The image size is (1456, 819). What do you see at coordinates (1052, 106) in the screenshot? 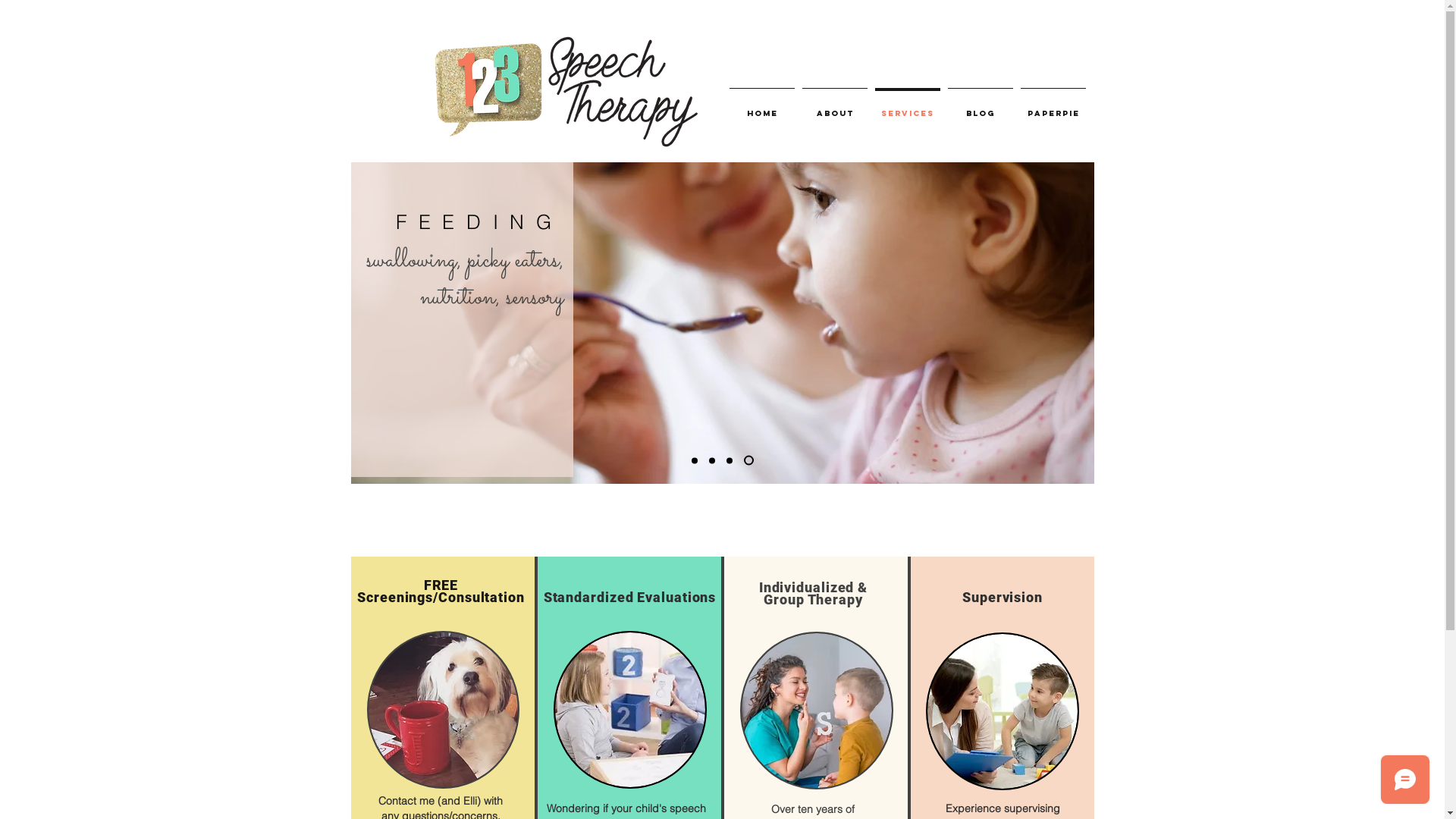
I see `'PAPERPIE'` at bounding box center [1052, 106].